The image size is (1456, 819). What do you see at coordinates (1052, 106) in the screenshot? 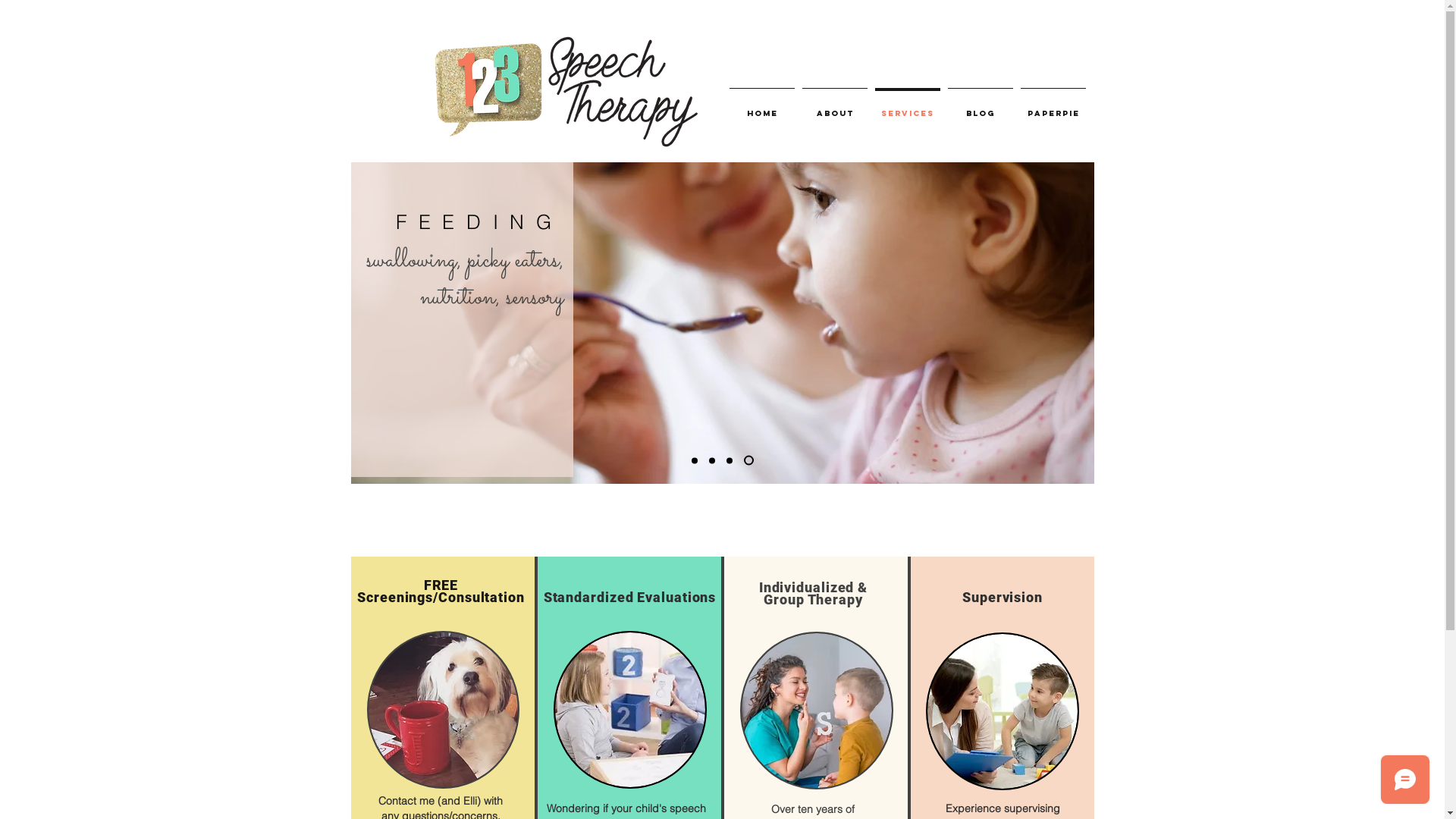
I see `'PAPERPIE'` at bounding box center [1052, 106].